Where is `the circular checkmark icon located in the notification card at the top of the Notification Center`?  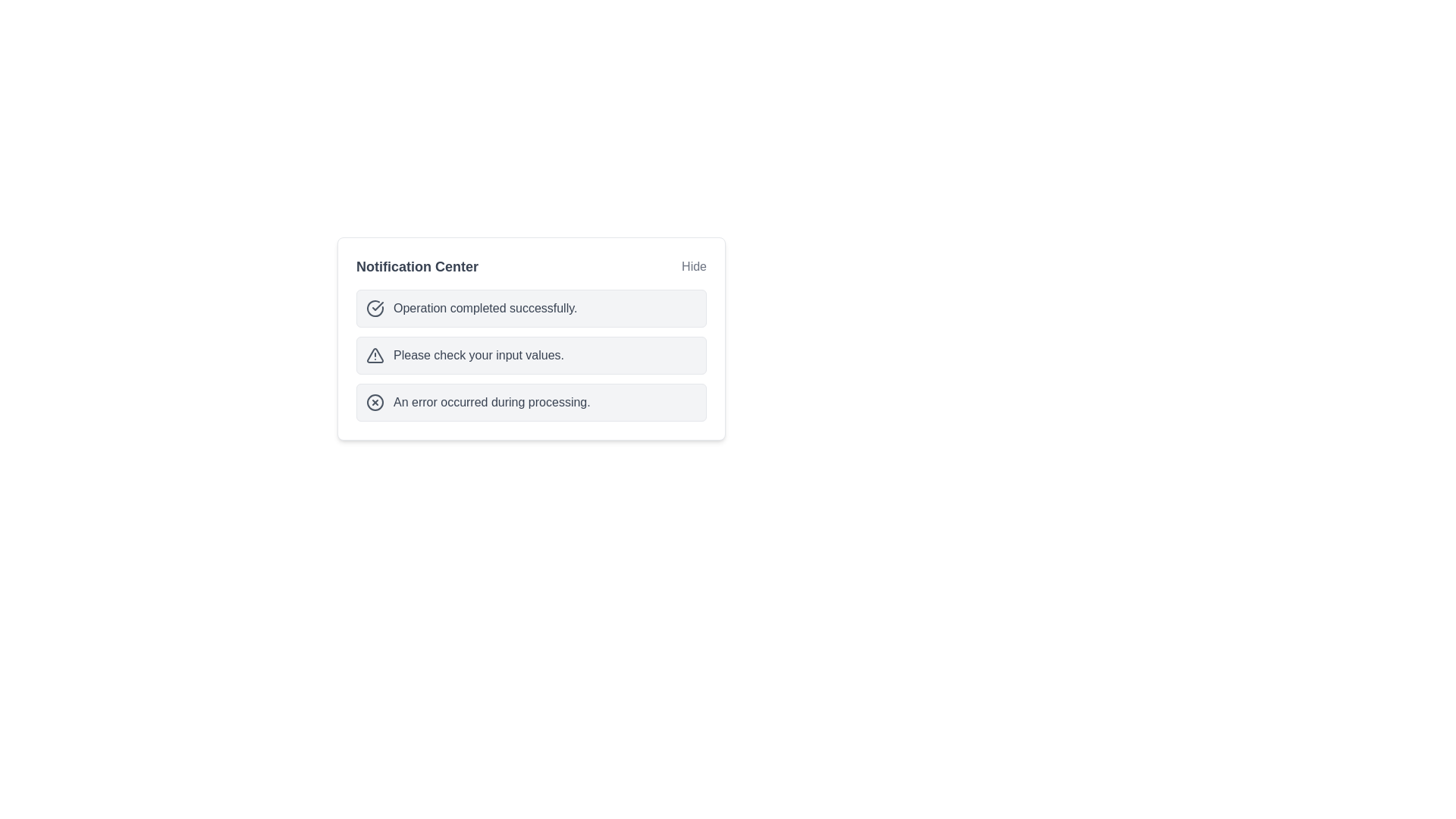 the circular checkmark icon located in the notification card at the top of the Notification Center is located at coordinates (375, 308).